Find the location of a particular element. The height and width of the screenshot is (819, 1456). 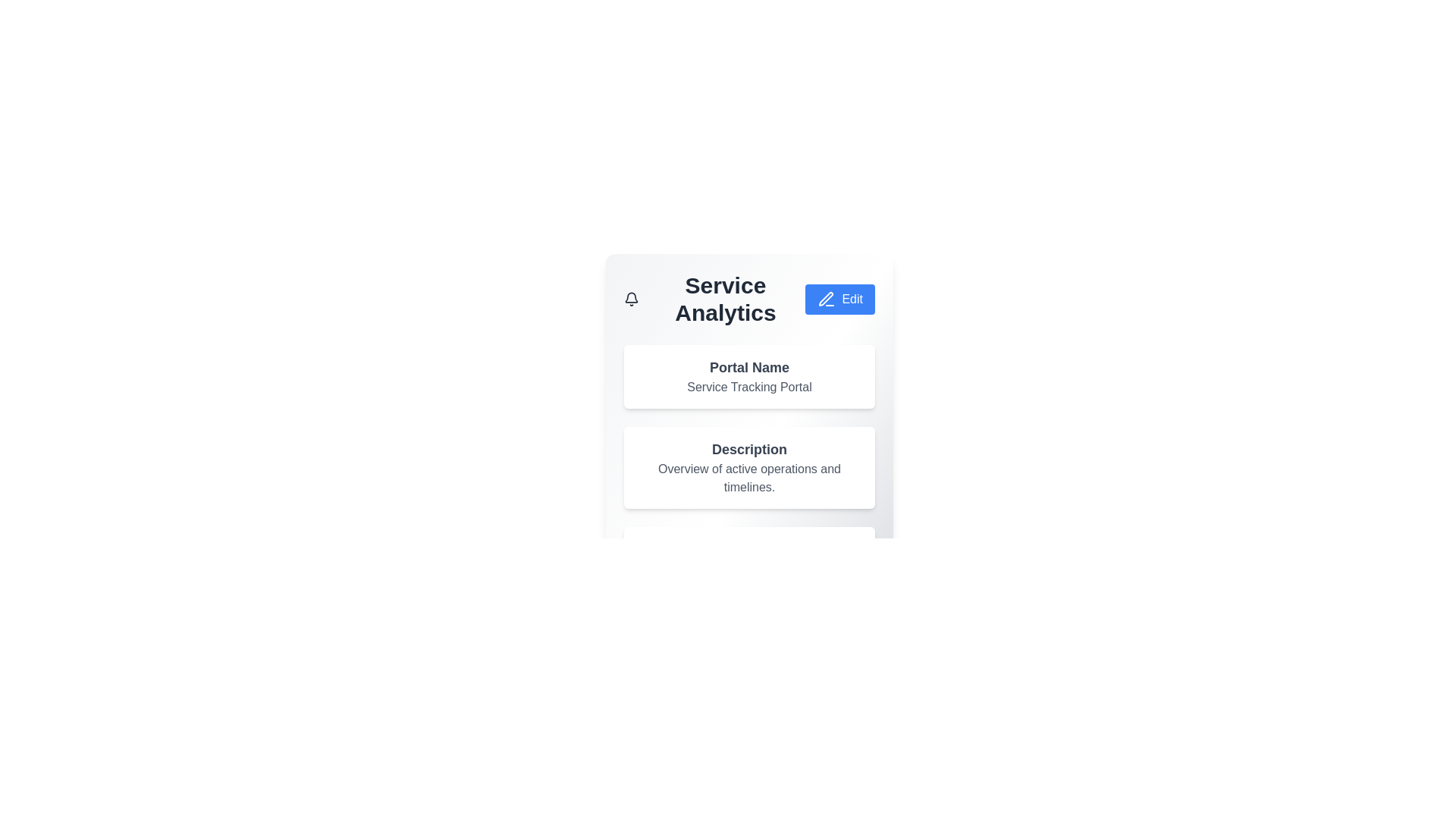

the Informational card that provides a descriptive overview of ongoing operations, located below the 'Portal Name' card and centrally aligned within the interface is located at coordinates (749, 467).